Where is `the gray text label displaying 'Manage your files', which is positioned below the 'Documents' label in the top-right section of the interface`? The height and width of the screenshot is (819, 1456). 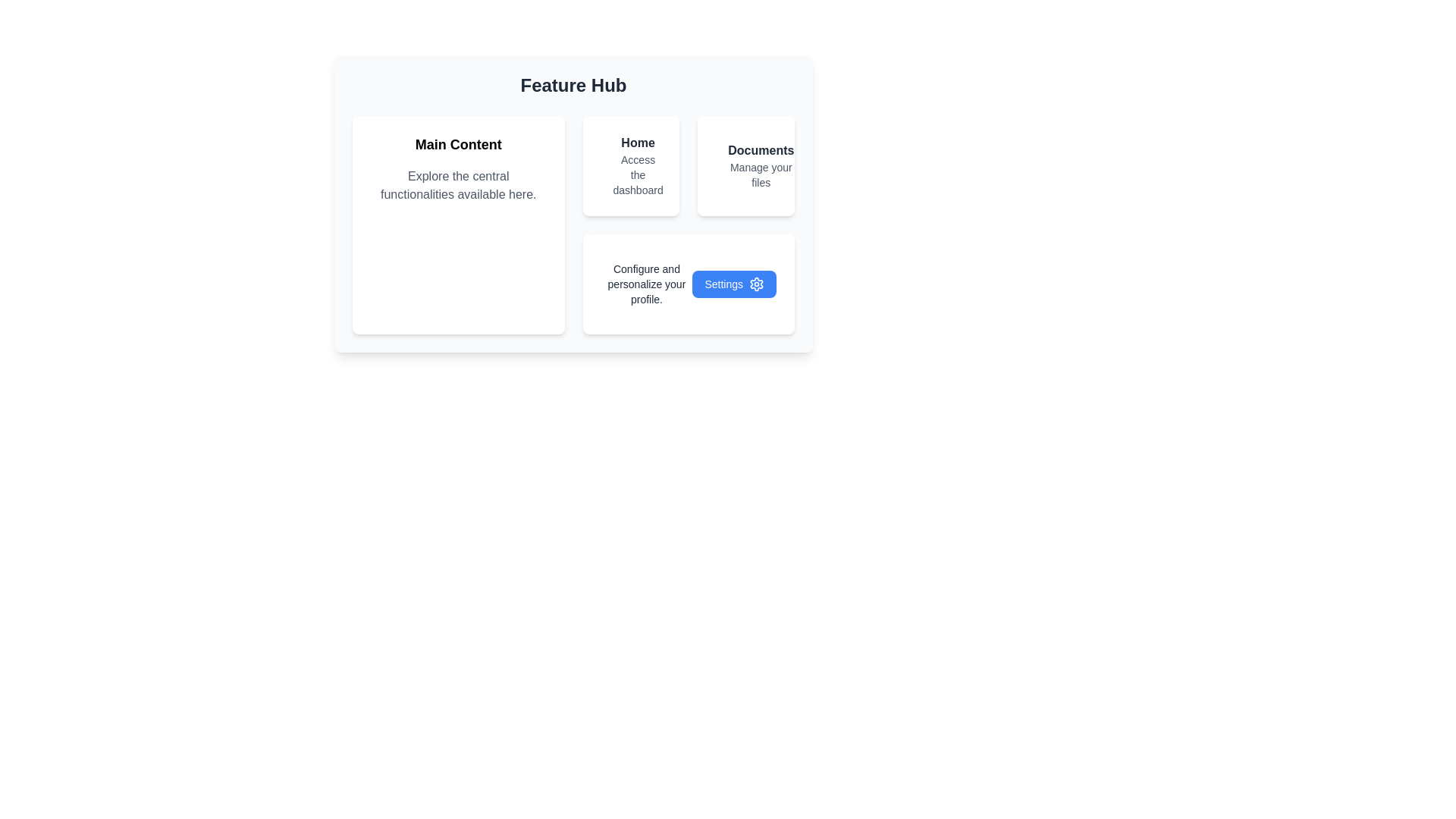
the gray text label displaying 'Manage your files', which is positioned below the 'Documents' label in the top-right section of the interface is located at coordinates (761, 174).